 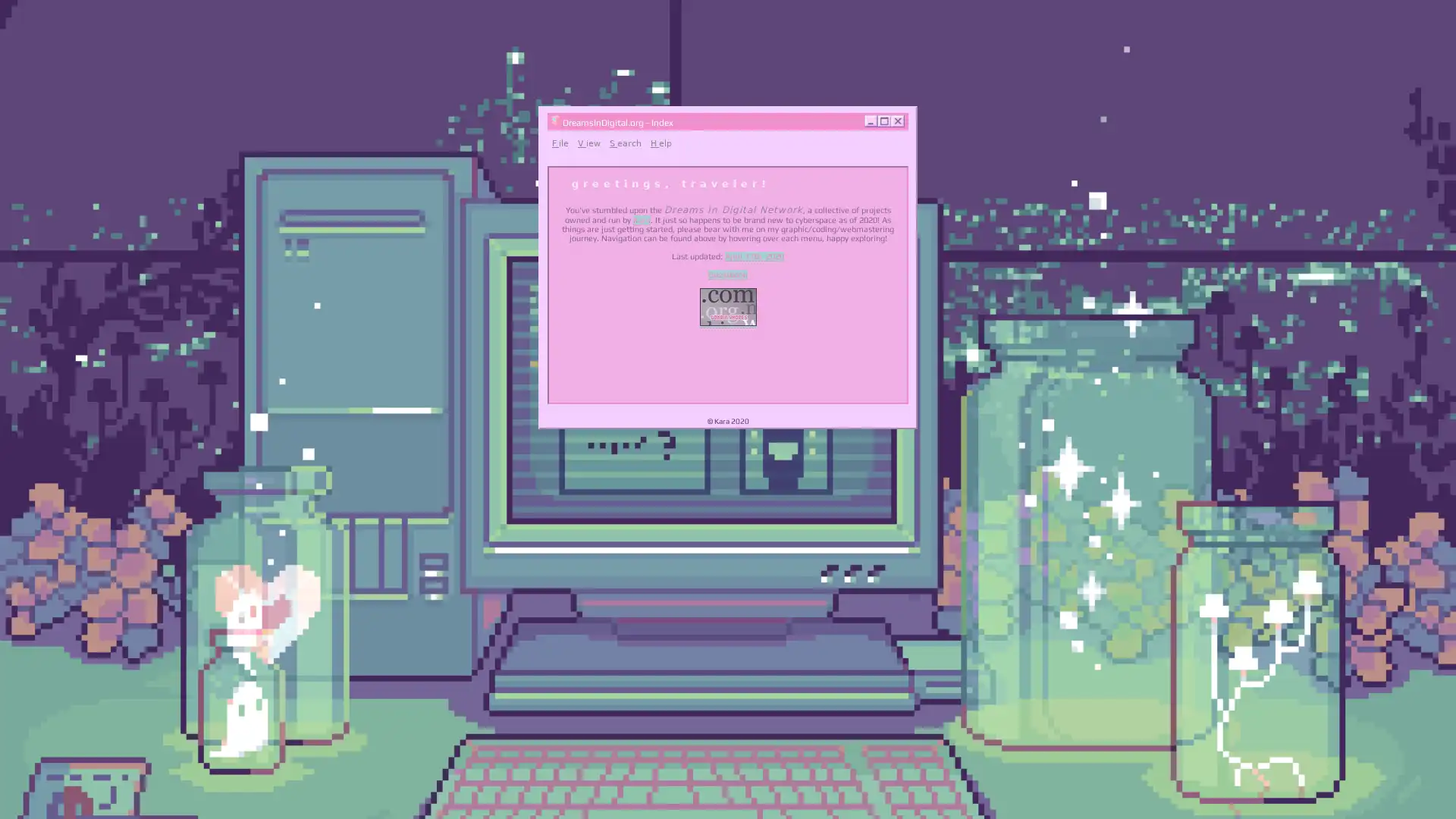 I want to click on File, so click(x=560, y=143).